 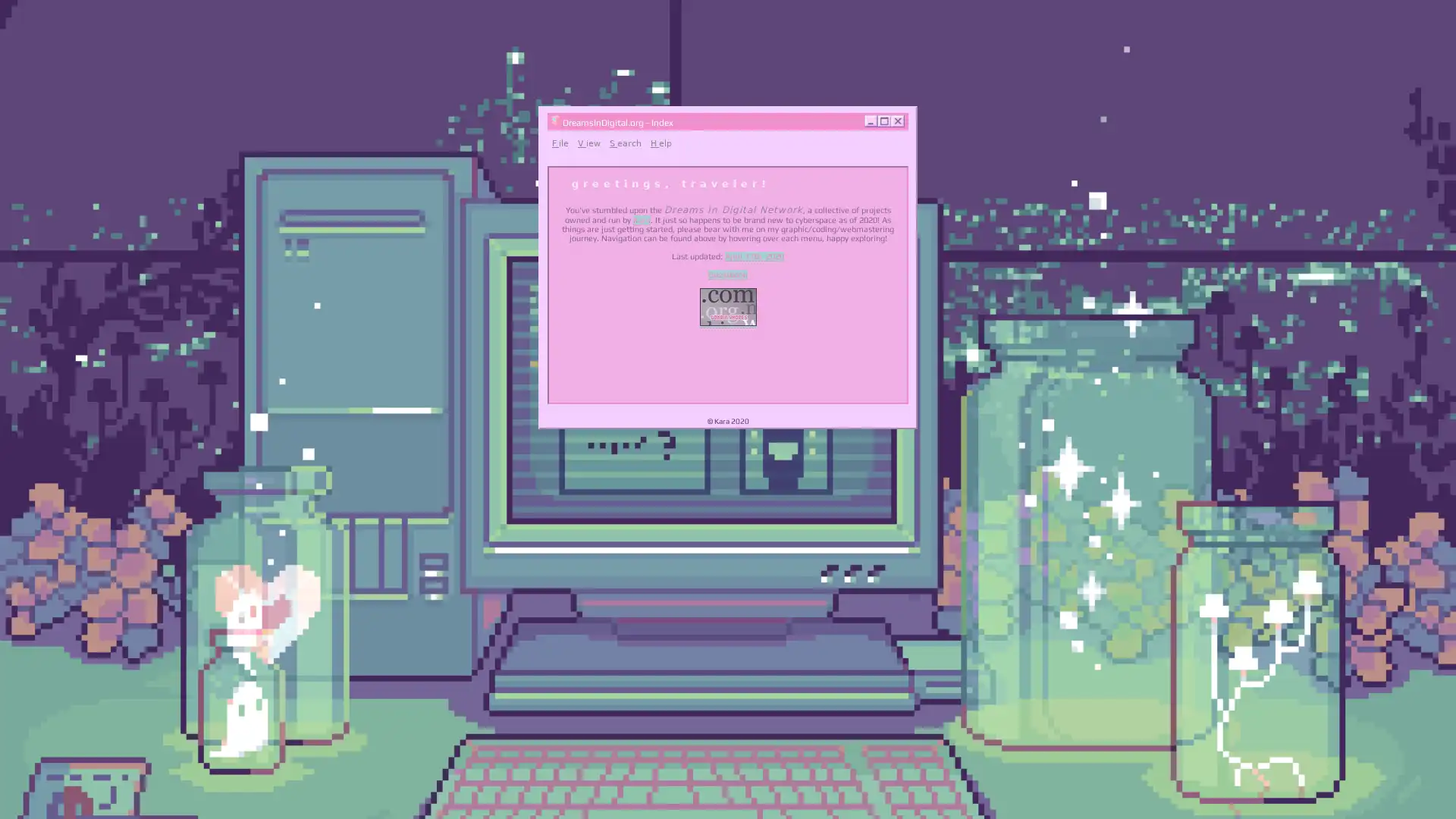 I want to click on File, so click(x=560, y=143).